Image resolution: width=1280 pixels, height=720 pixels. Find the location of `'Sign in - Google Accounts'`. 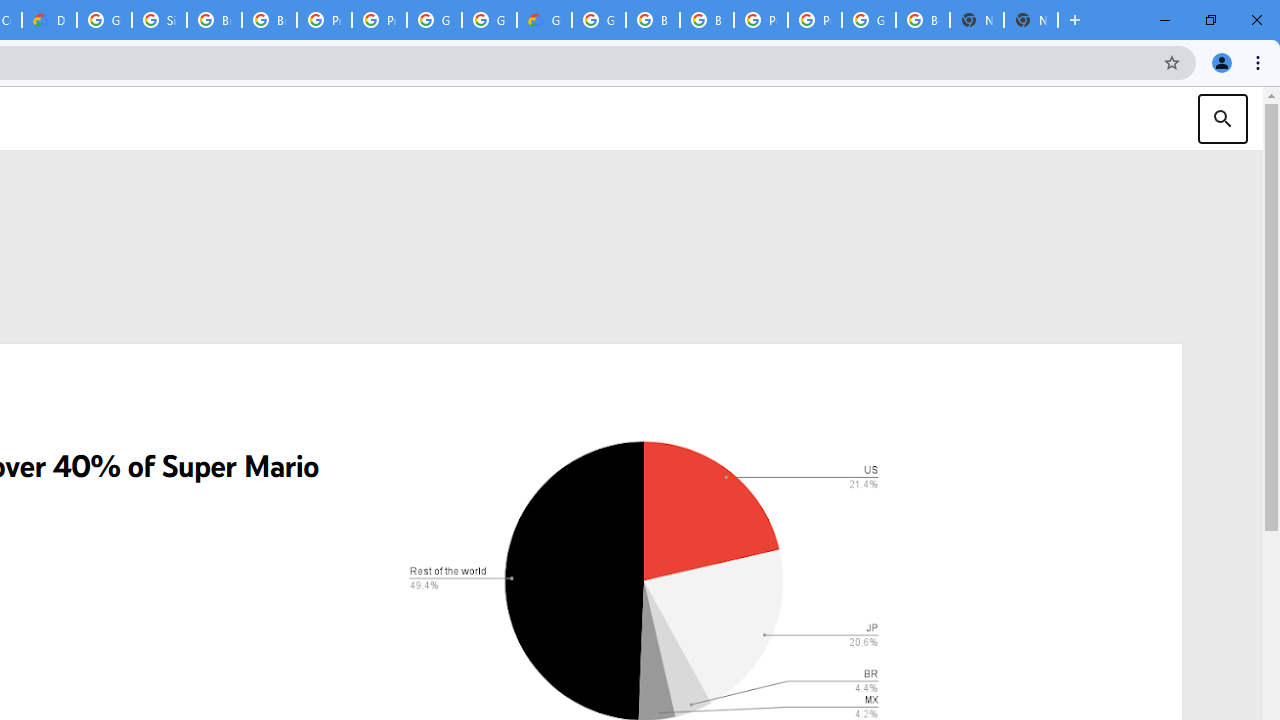

'Sign in - Google Accounts' is located at coordinates (158, 20).